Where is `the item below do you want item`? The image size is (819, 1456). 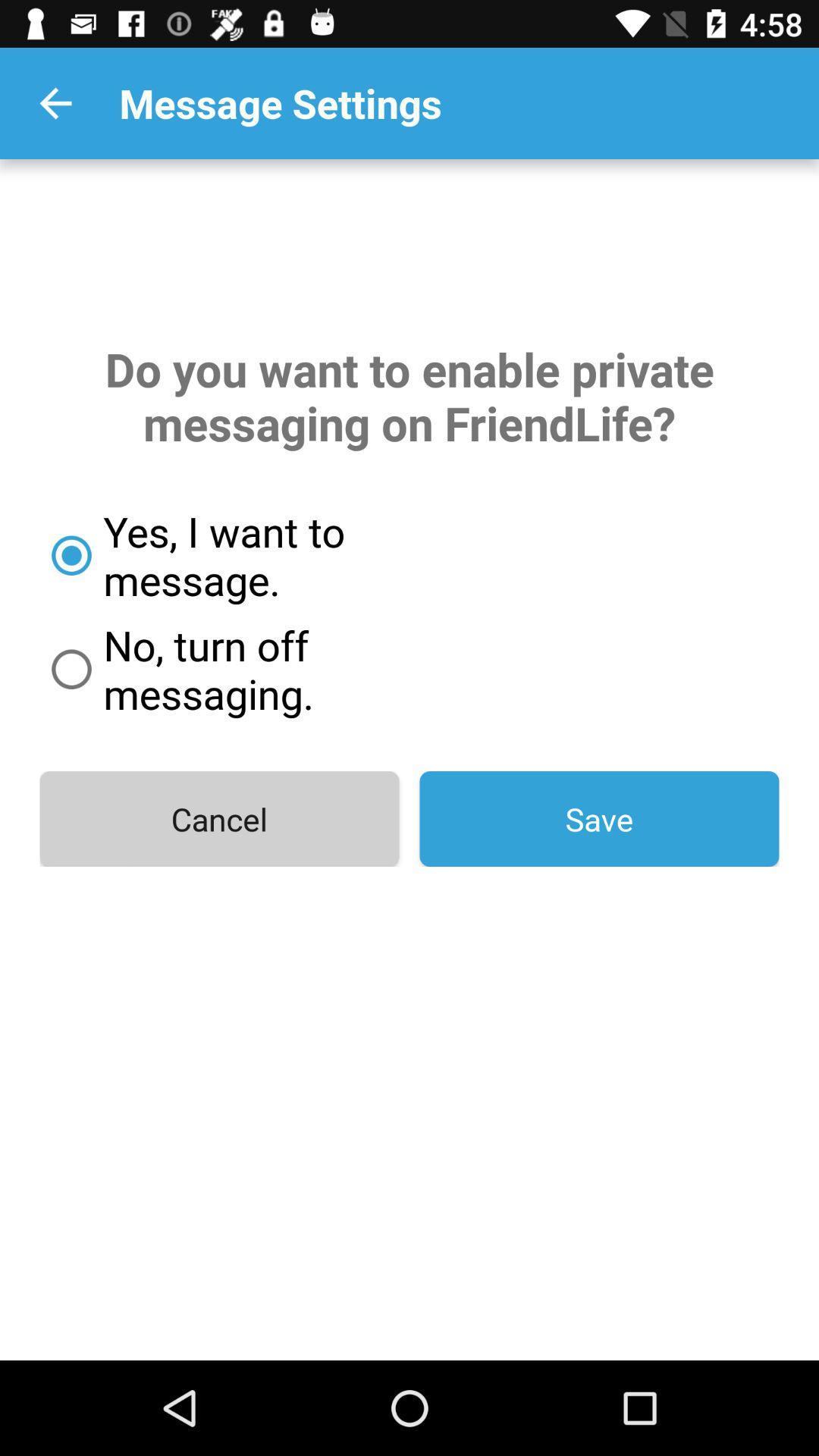
the item below do you want item is located at coordinates (278, 554).